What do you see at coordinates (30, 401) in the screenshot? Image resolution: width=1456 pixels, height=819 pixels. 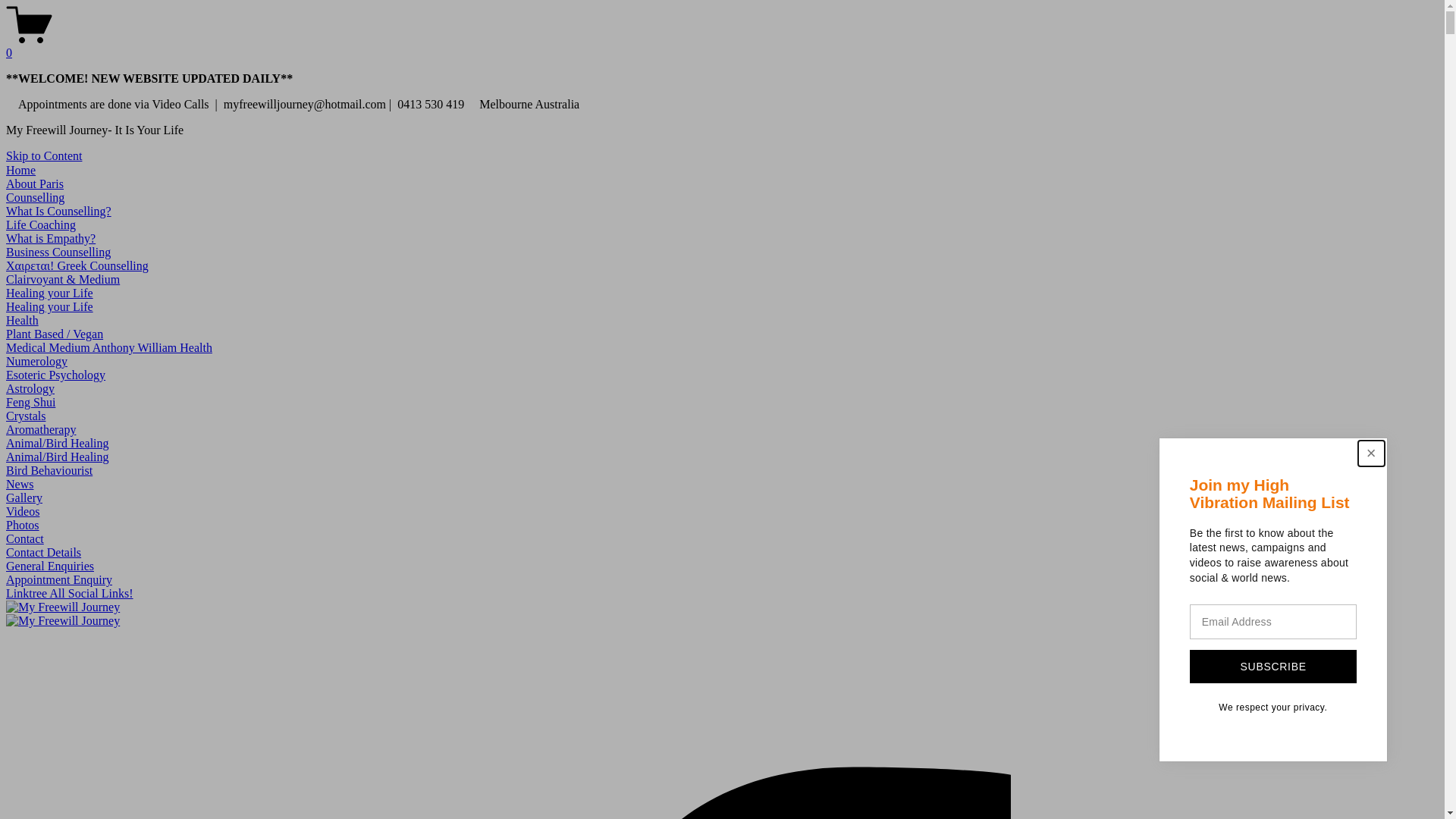 I see `'Feng Shui'` at bounding box center [30, 401].